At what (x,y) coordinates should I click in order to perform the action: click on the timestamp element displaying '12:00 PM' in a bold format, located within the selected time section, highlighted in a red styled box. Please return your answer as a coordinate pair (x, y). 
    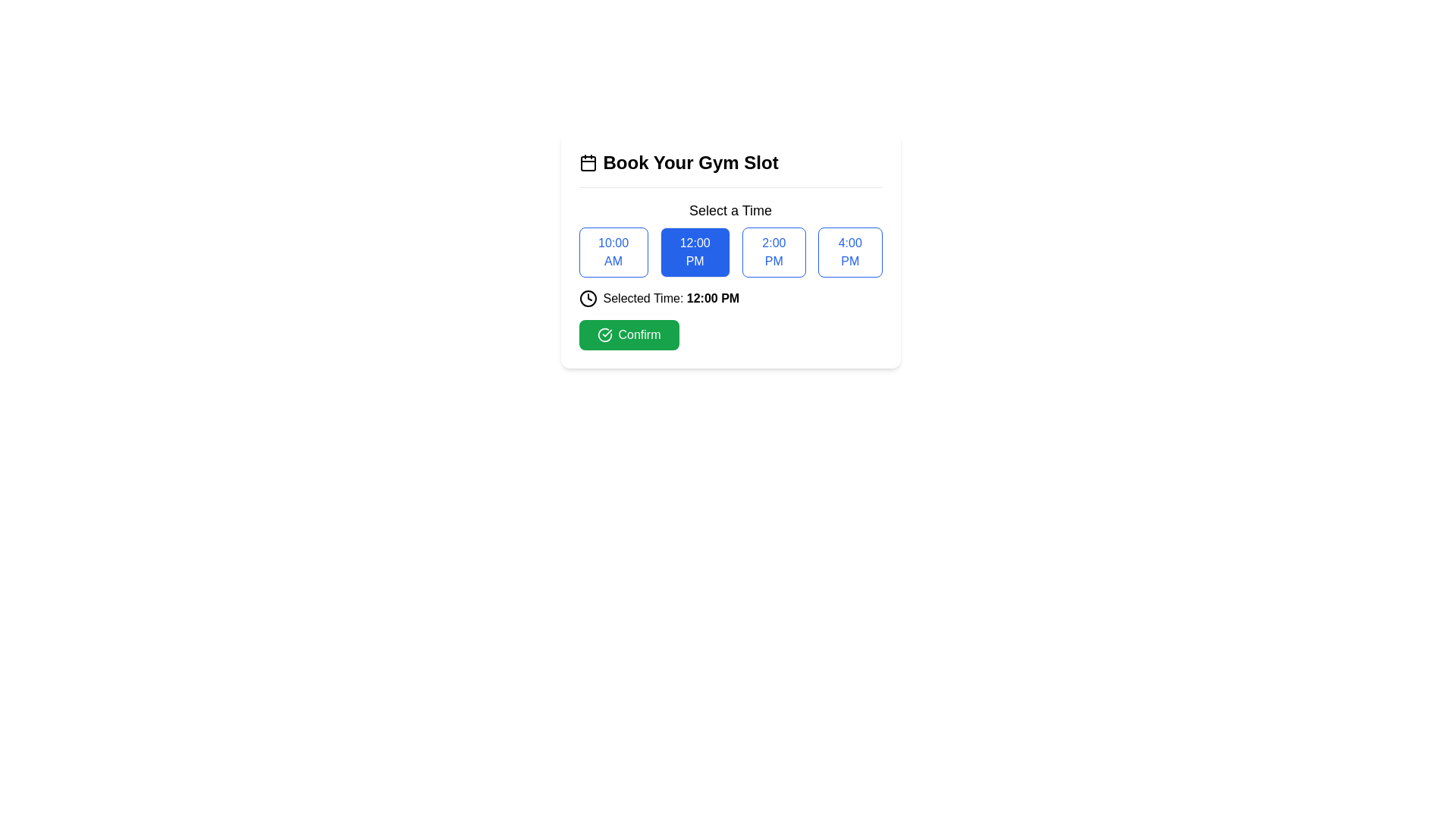
    Looking at the image, I should click on (712, 298).